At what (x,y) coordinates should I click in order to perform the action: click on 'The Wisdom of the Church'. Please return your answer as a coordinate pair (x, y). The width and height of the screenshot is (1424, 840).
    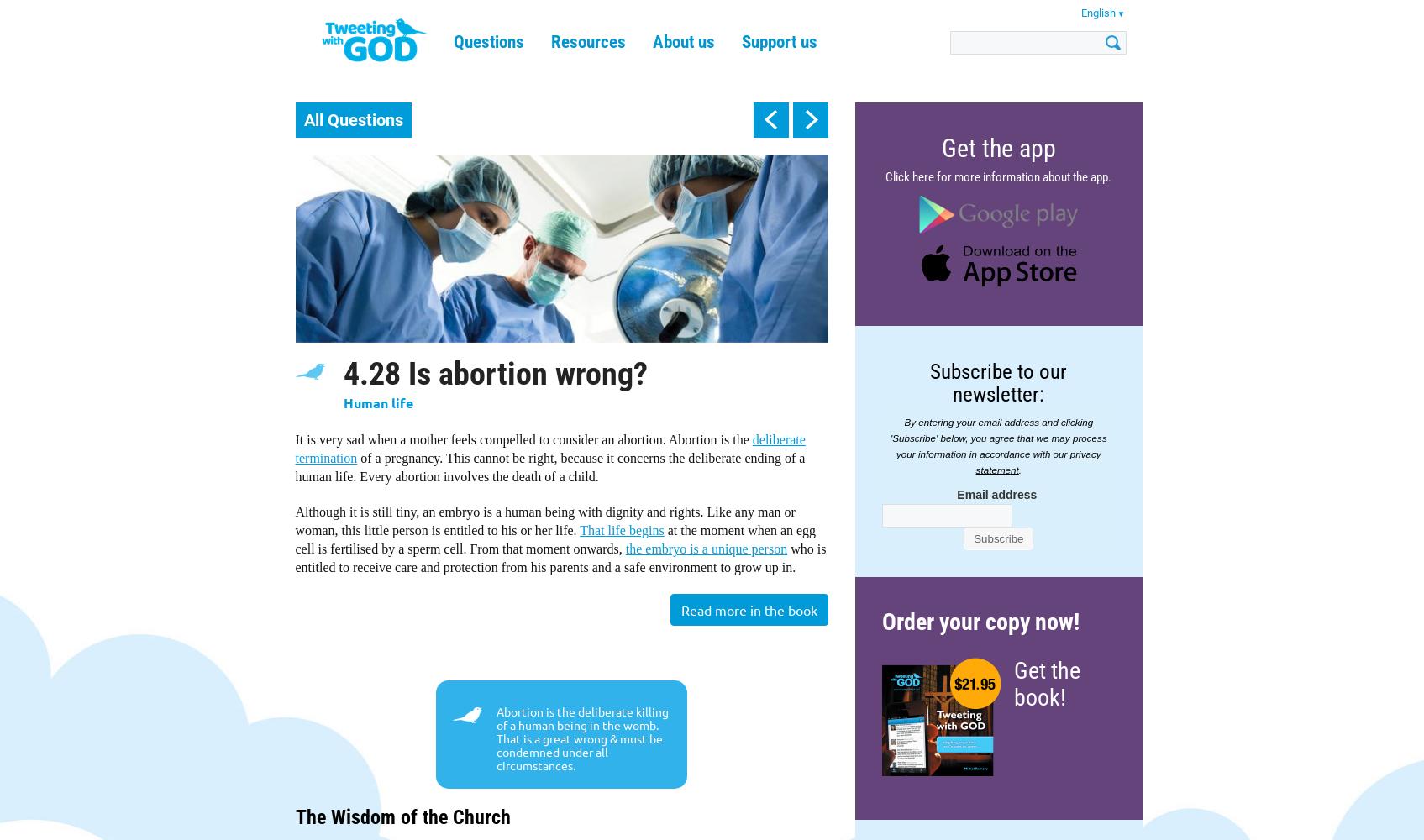
    Looking at the image, I should click on (402, 816).